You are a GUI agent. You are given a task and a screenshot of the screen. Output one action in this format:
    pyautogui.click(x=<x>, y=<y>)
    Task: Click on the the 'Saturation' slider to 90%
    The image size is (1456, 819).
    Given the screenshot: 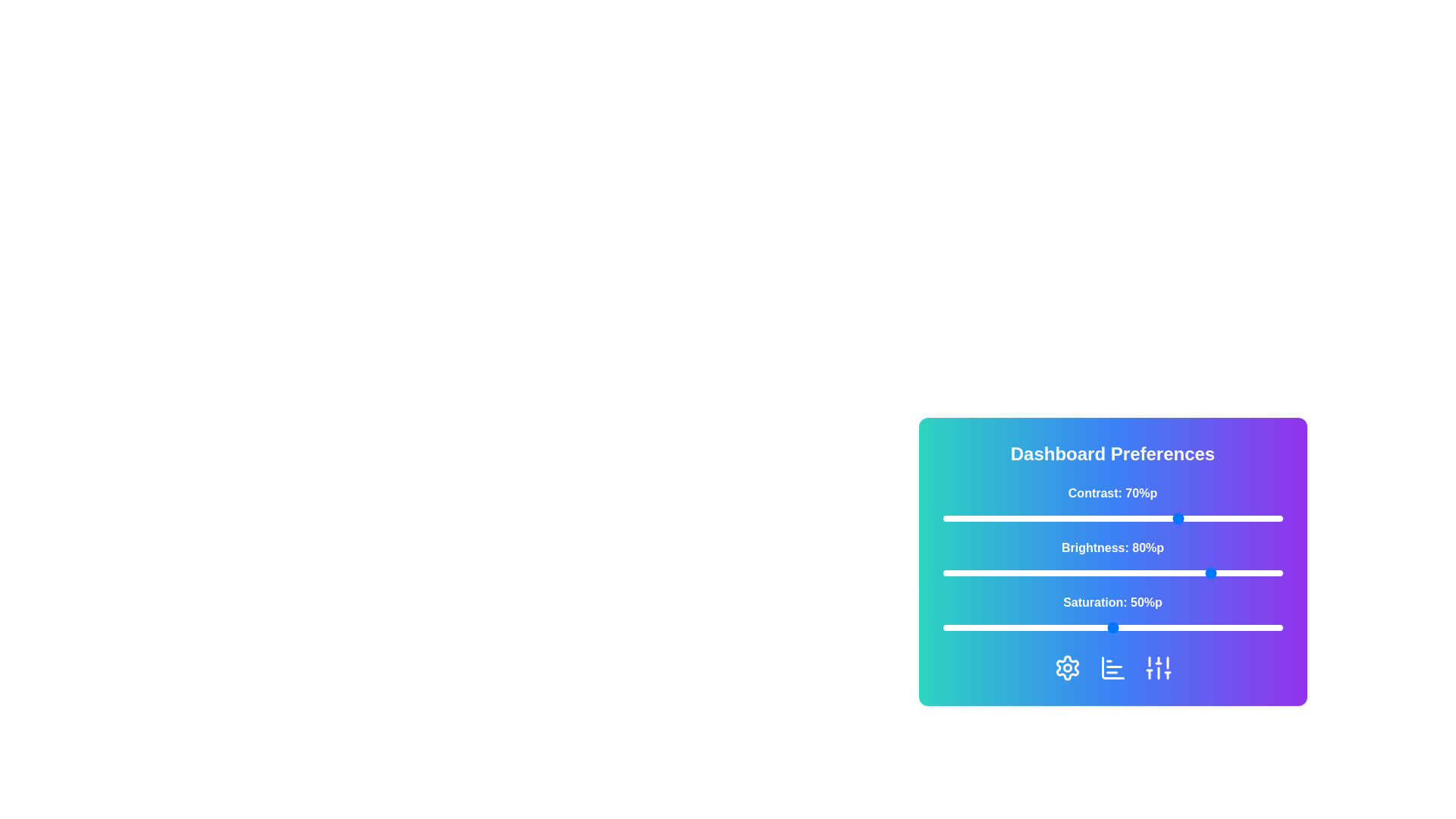 What is the action you would take?
    pyautogui.click(x=1248, y=628)
    